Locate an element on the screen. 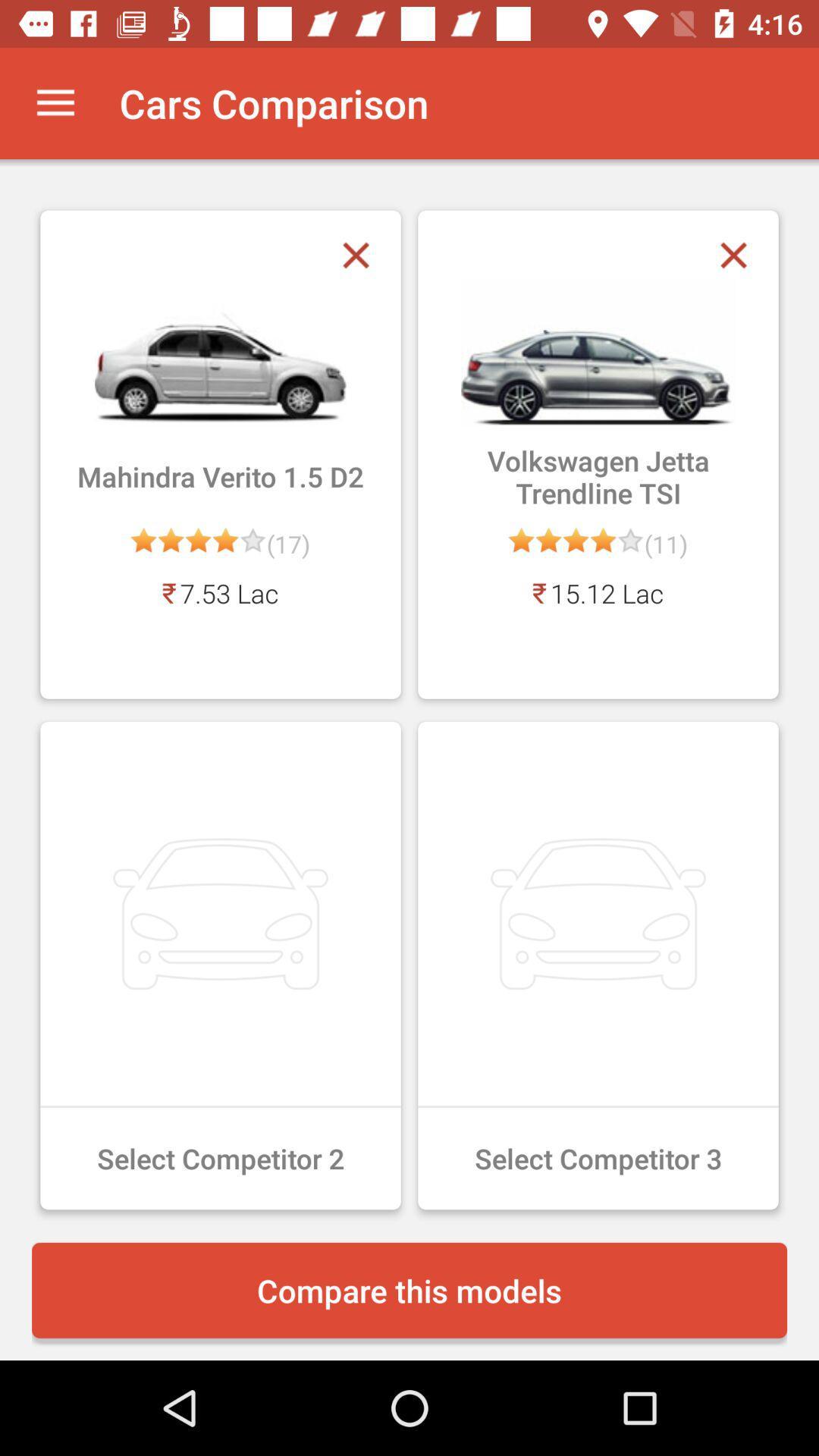  the app to the left of the cars comparison item is located at coordinates (55, 102).